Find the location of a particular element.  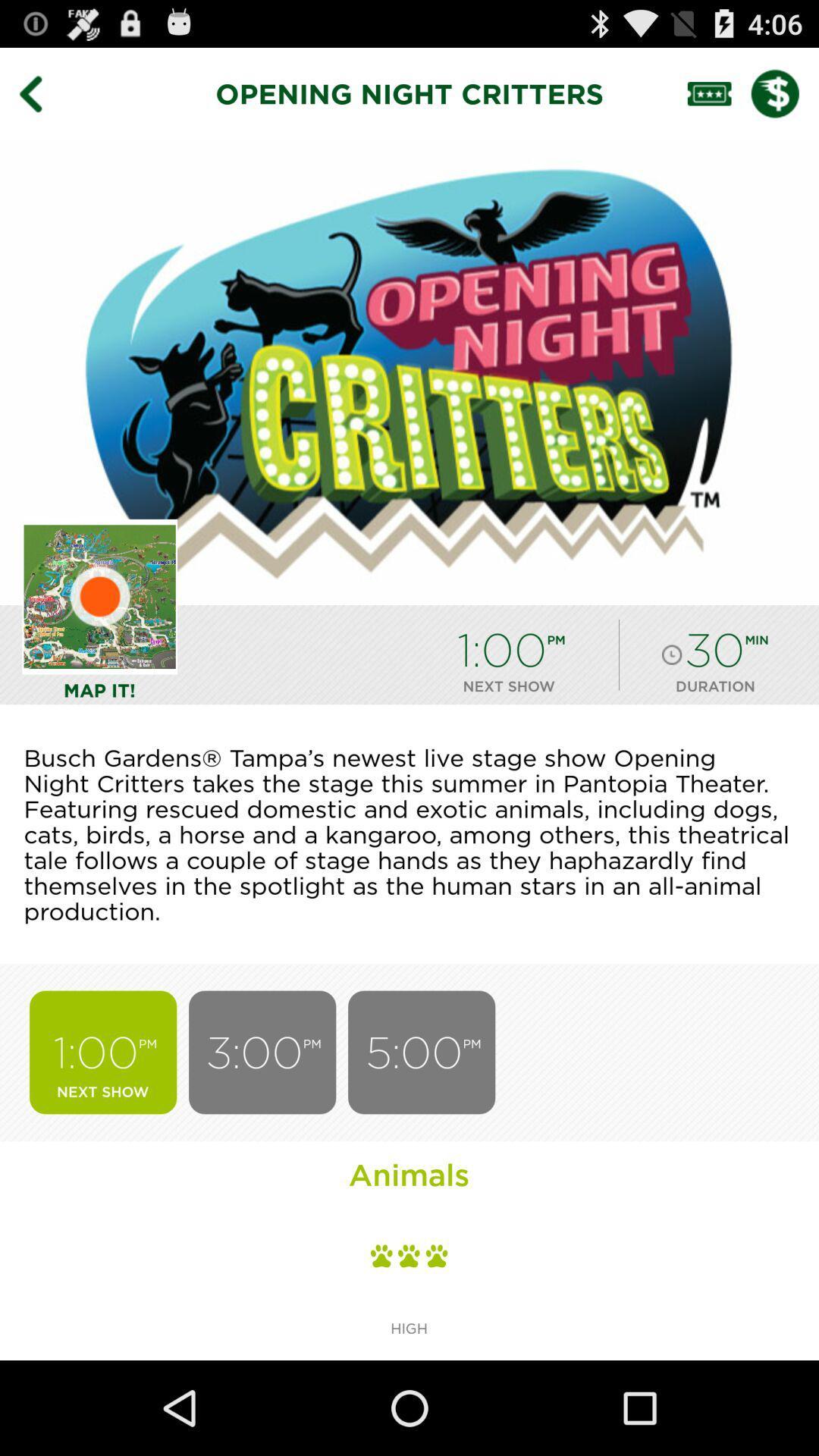

look at the map is located at coordinates (99, 596).